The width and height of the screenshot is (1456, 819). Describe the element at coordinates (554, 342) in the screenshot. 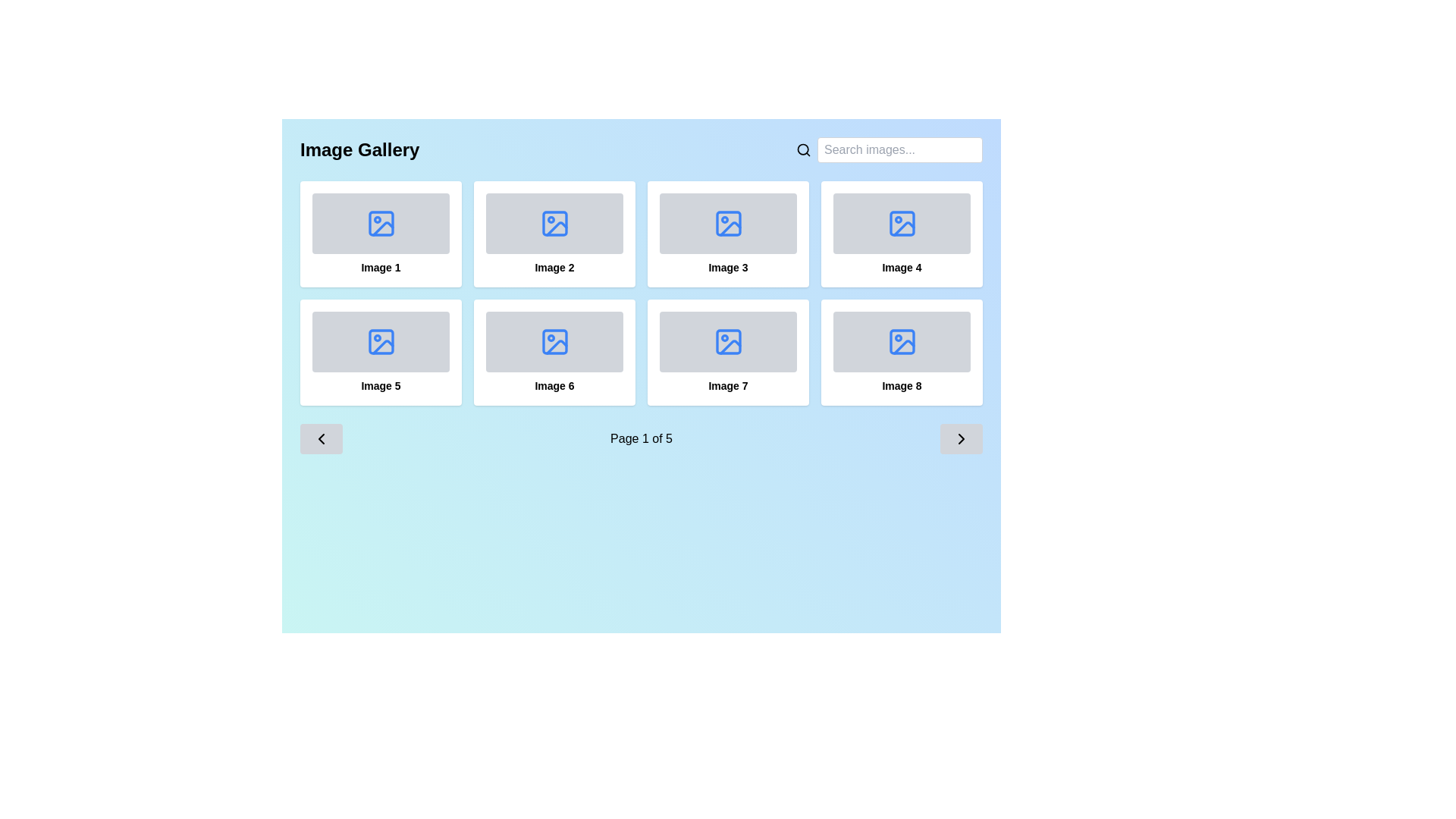

I see `the rounded corner rectangle element within the image placeholder icon associated with the 'Image 6' tile in the image gallery` at that location.